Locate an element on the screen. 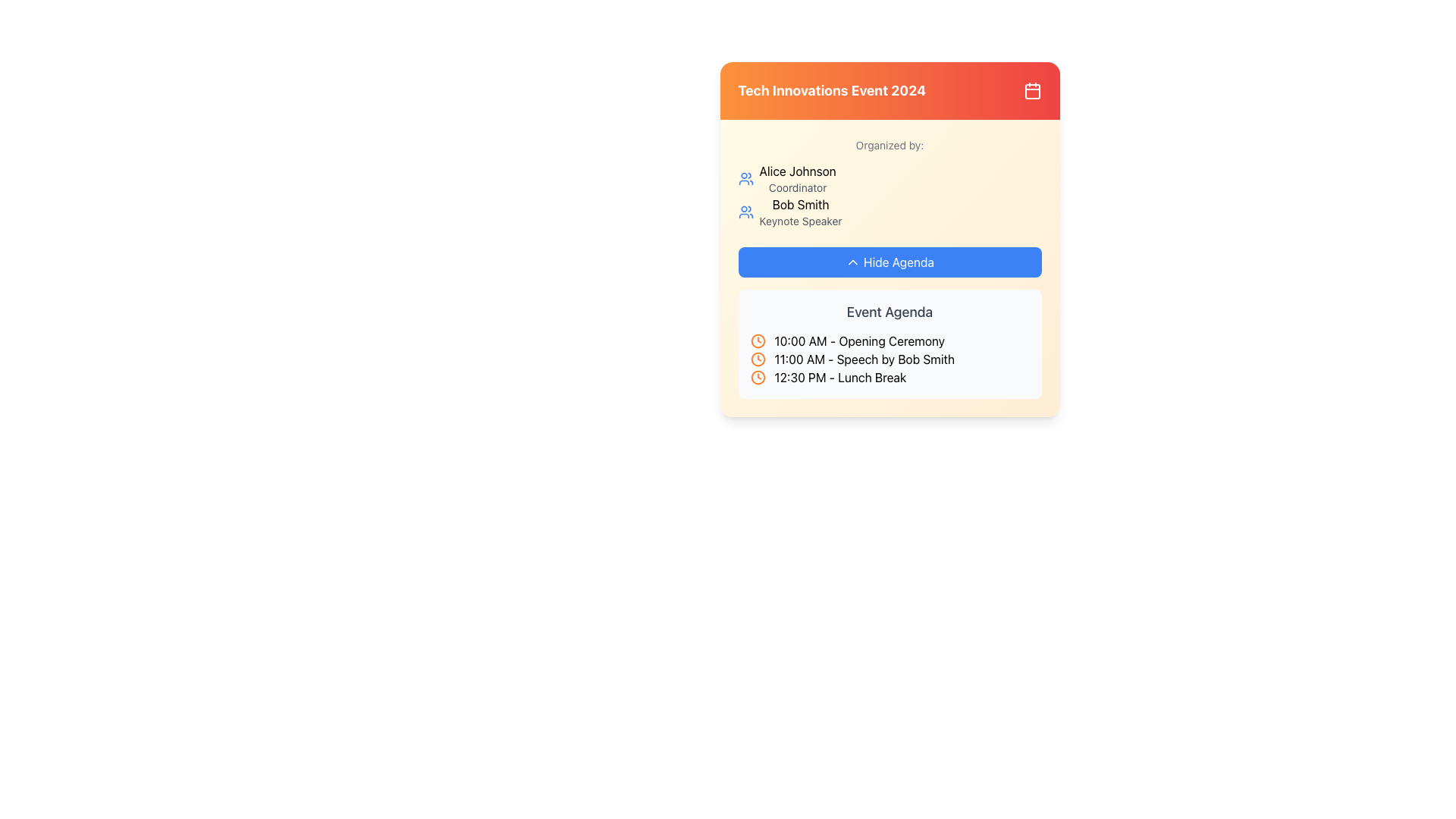 The height and width of the screenshot is (819, 1456). the small orange clock icon located to the left of the '11:00 AM - Speech by Bob Smith' text in the Event Agenda section is located at coordinates (758, 359).